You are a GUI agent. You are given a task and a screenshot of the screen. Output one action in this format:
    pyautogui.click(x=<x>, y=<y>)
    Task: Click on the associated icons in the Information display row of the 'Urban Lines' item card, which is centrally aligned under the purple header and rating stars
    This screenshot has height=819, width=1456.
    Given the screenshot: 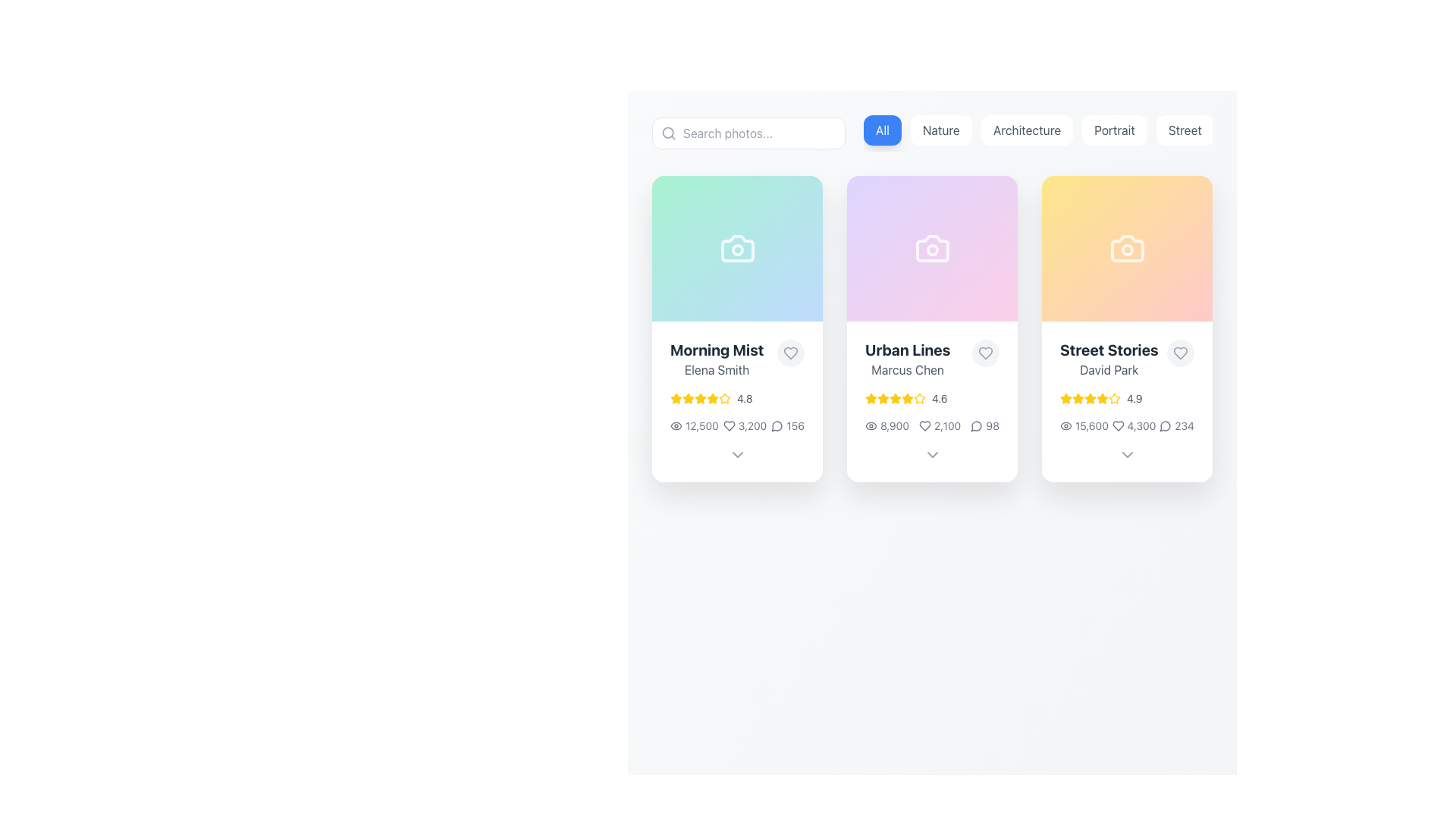 What is the action you would take?
    pyautogui.click(x=931, y=426)
    